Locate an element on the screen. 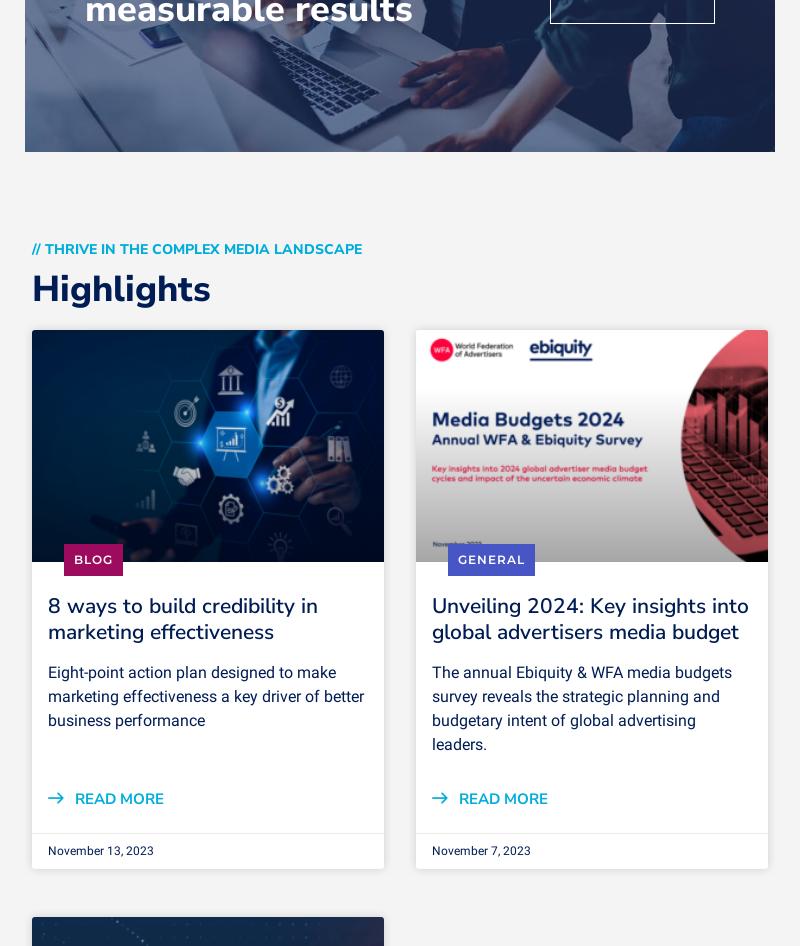 The height and width of the screenshot is (946, 800). 'Eight-point action plan designed to make marketing effectiveness a key driver of better business performance' is located at coordinates (206, 695).